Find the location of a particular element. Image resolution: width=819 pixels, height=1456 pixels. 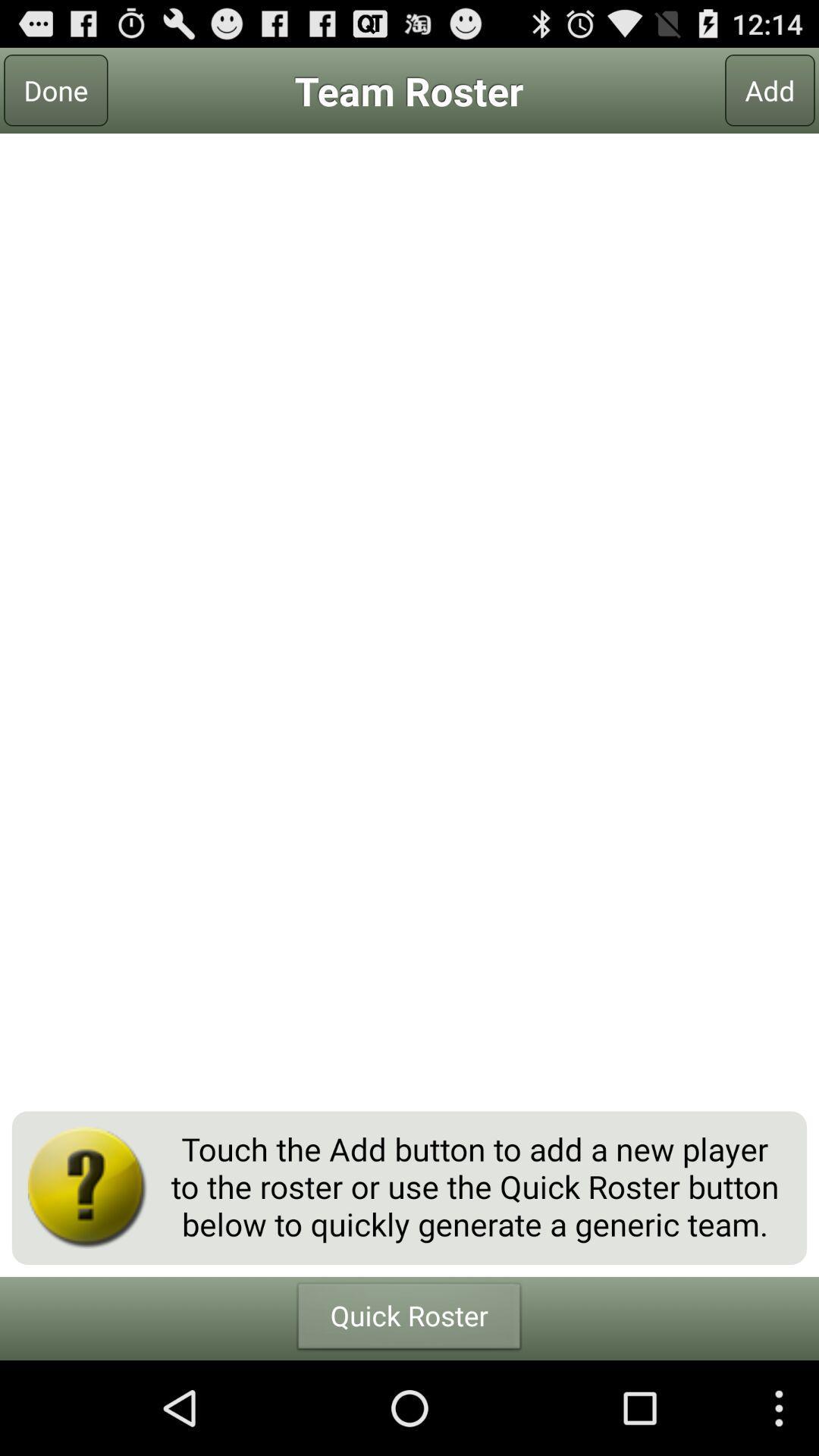

the done at the top left corner is located at coordinates (55, 89).